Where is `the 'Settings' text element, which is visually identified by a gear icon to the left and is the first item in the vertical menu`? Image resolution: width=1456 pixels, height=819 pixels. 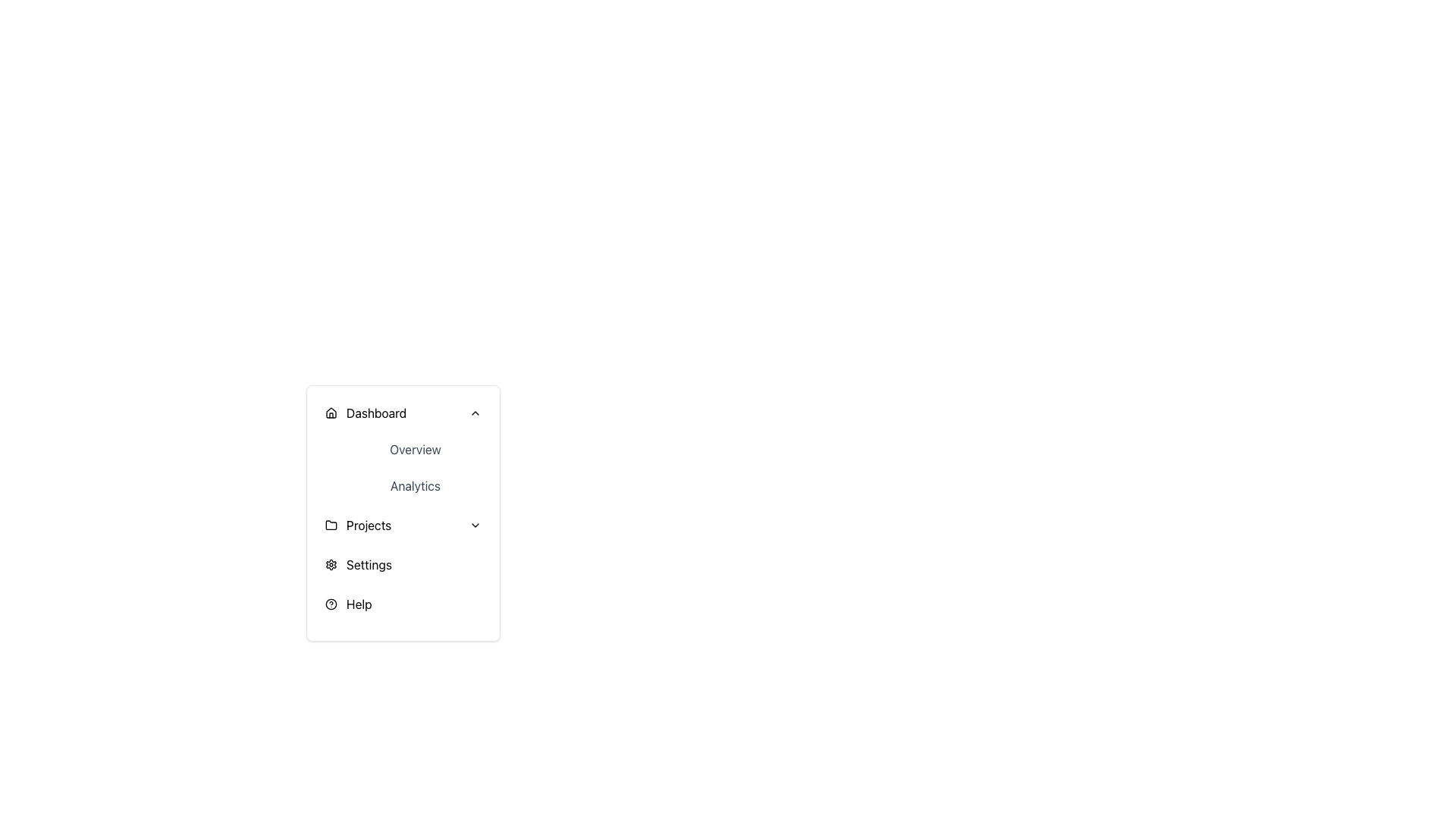
the 'Settings' text element, which is visually identified by a gear icon to the left and is the first item in the vertical menu is located at coordinates (357, 564).